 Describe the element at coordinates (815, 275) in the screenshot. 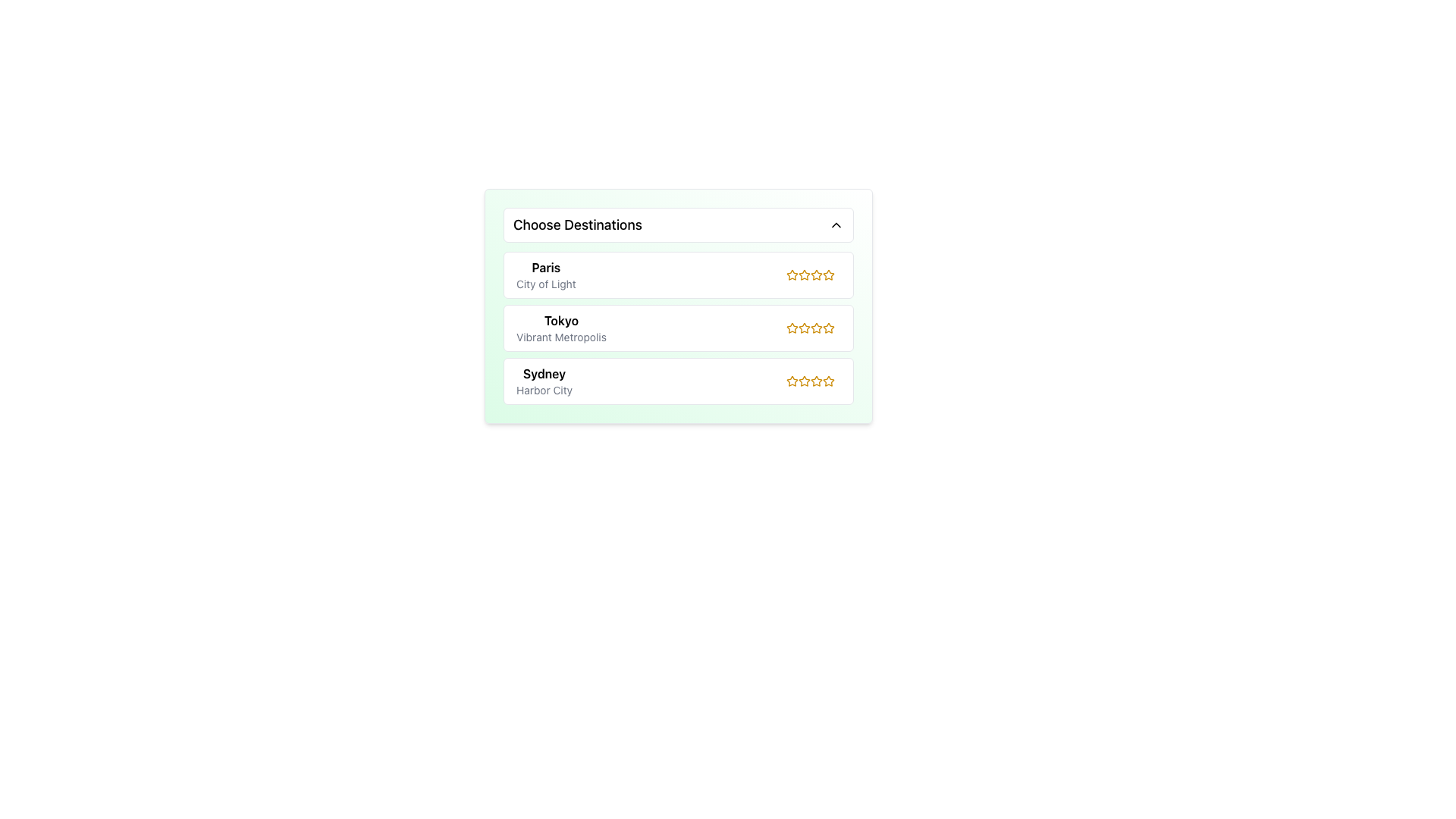

I see `the fourth star icon in the rating system for the 'Paris' destination, which is styled with a yellow color and is part of a group of five stars` at that location.